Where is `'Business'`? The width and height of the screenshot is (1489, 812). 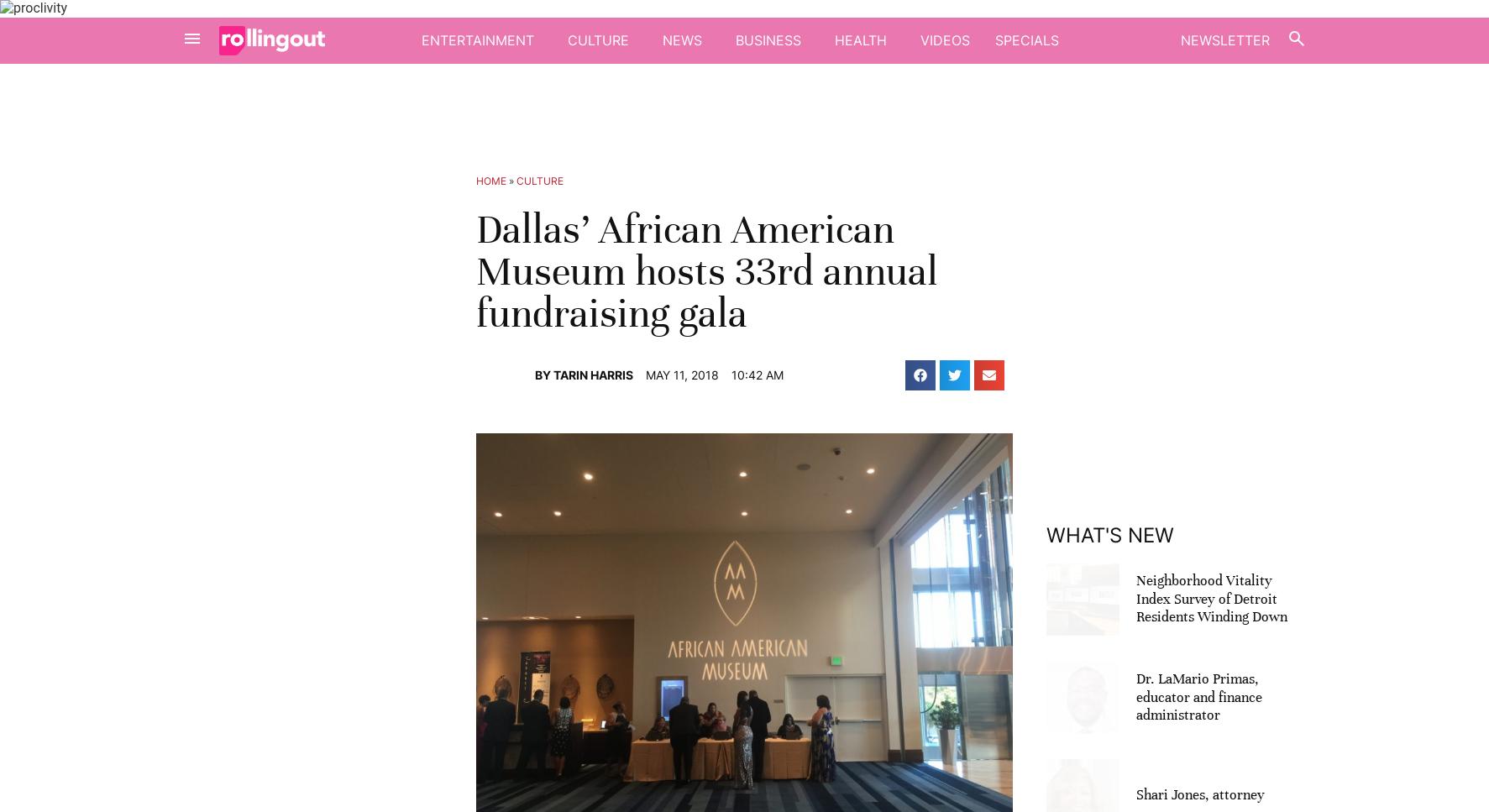 'Business' is located at coordinates (767, 39).